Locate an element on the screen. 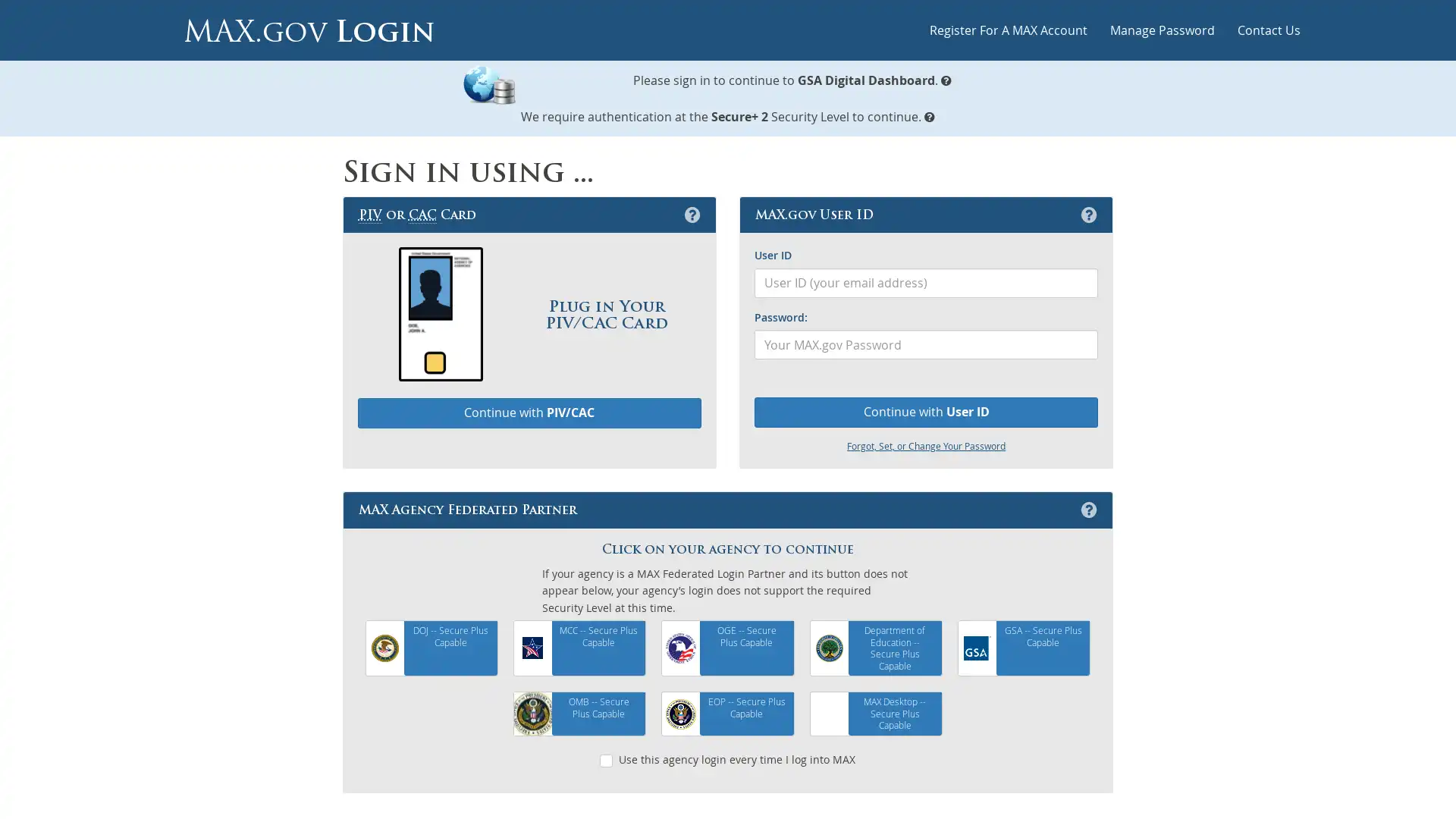 The width and height of the screenshot is (1456, 819). MAX.gov Security Levels is located at coordinates (928, 116).